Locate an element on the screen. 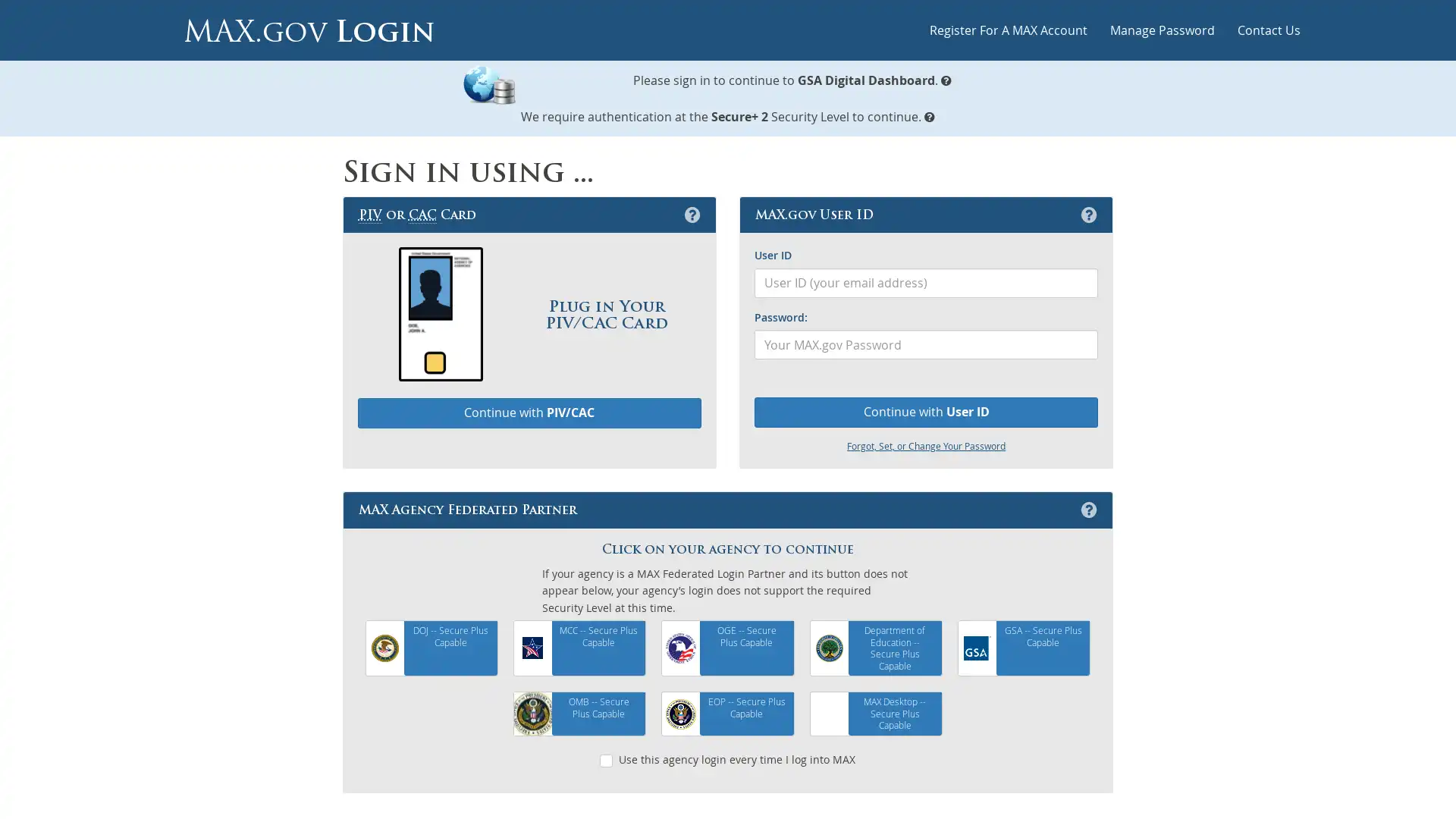 The width and height of the screenshot is (1456, 819). MAX.gov Security Levels is located at coordinates (928, 116).